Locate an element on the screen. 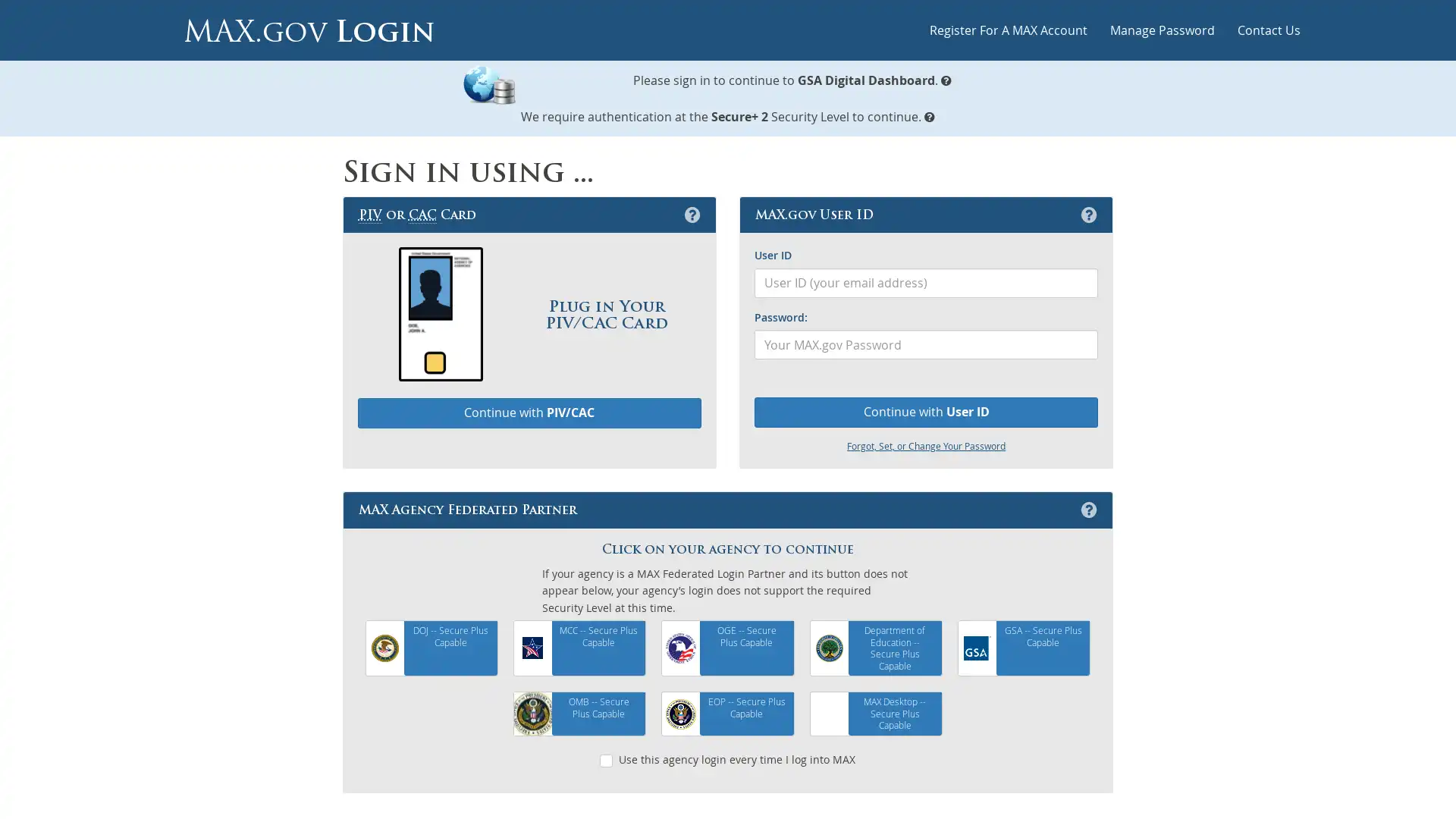 The width and height of the screenshot is (1456, 819). MAX.gov Security Levels is located at coordinates (928, 116).